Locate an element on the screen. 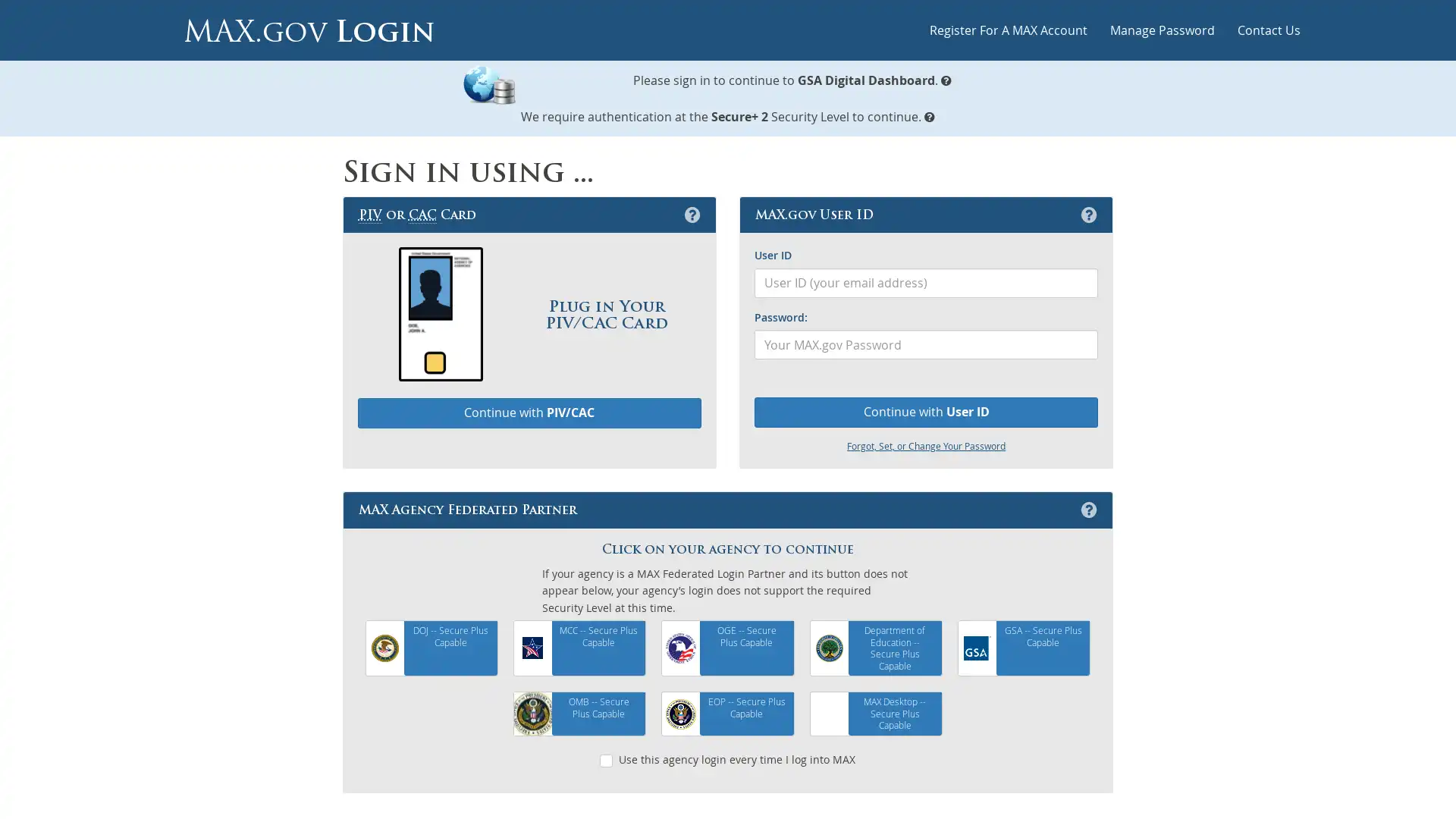 The width and height of the screenshot is (1456, 819). MAX.gov Security Levels is located at coordinates (928, 116).